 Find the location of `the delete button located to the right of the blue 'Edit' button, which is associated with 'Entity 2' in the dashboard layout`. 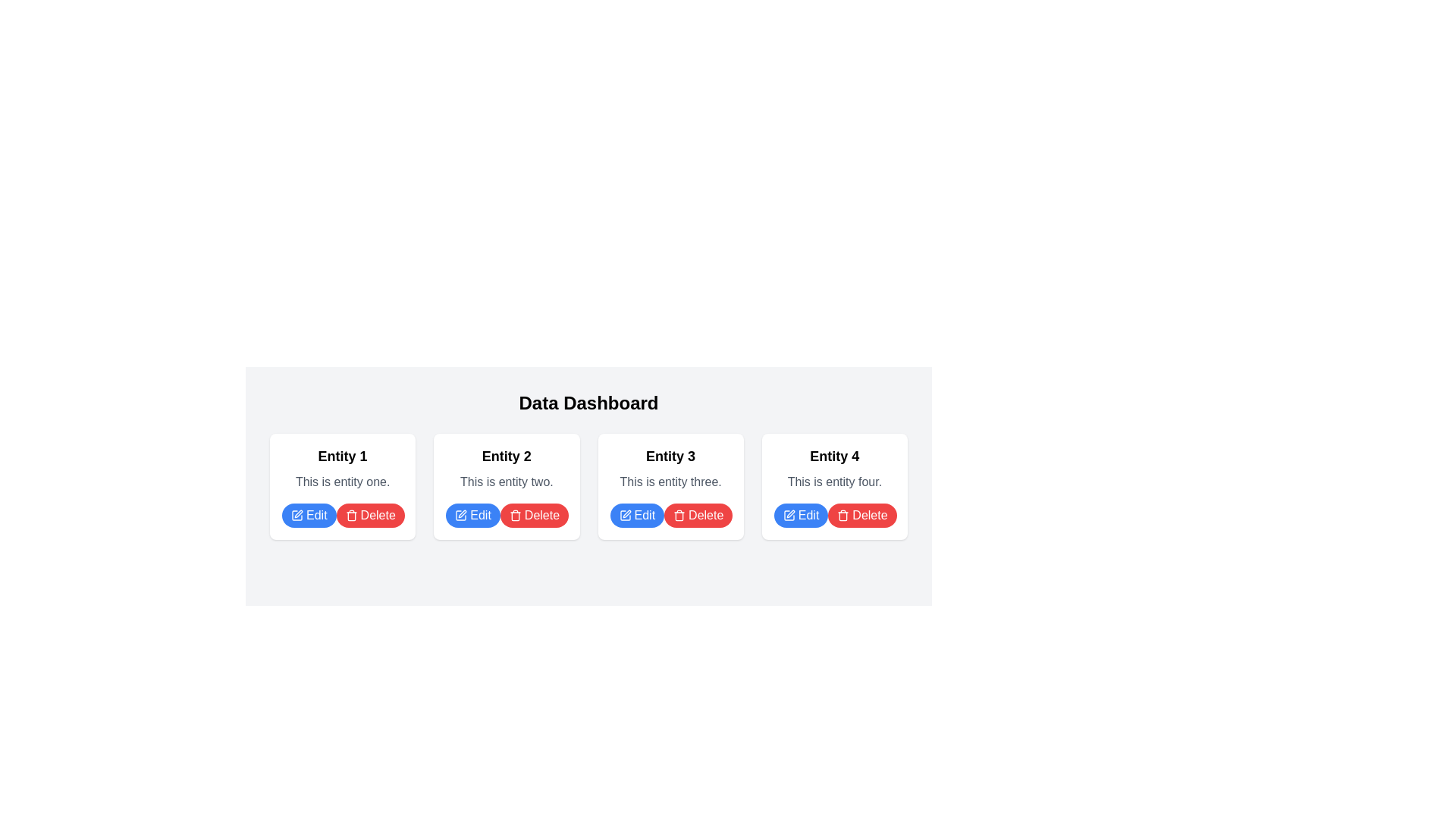

the delete button located to the right of the blue 'Edit' button, which is associated with 'Entity 2' in the dashboard layout is located at coordinates (535, 514).